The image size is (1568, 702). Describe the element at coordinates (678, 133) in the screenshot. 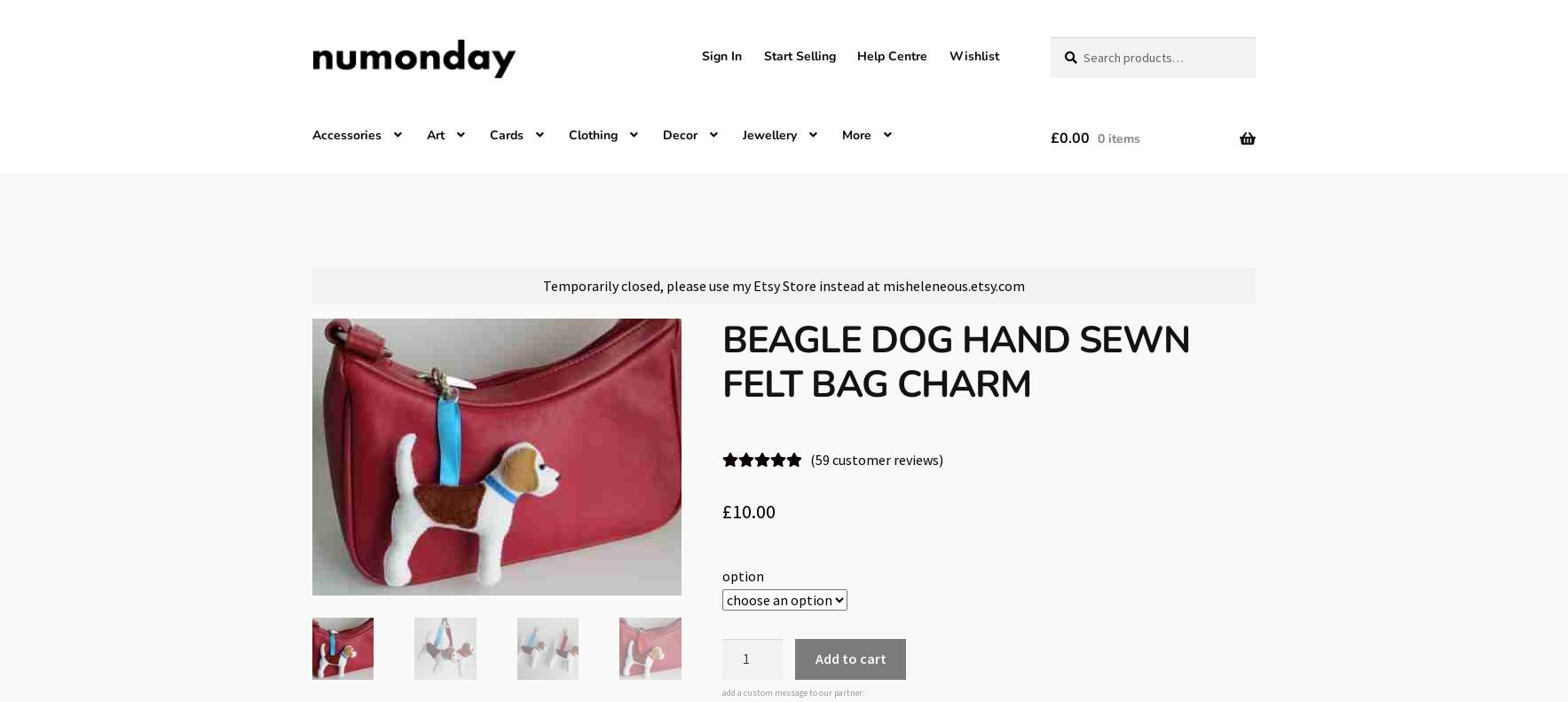

I see `'Decor'` at that location.